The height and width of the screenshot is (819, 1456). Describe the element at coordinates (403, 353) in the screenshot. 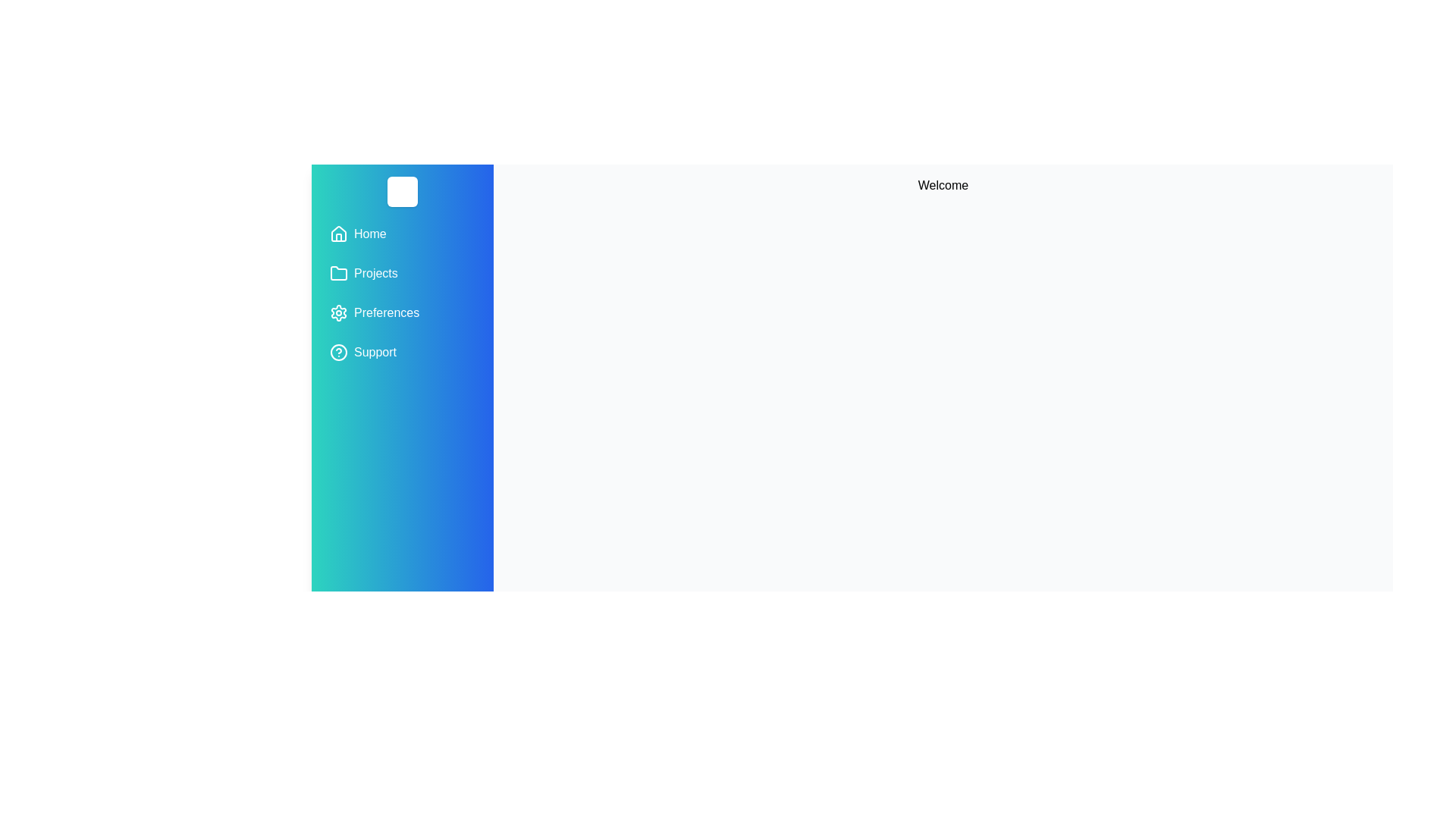

I see `the menu item Support from the drawer` at that location.